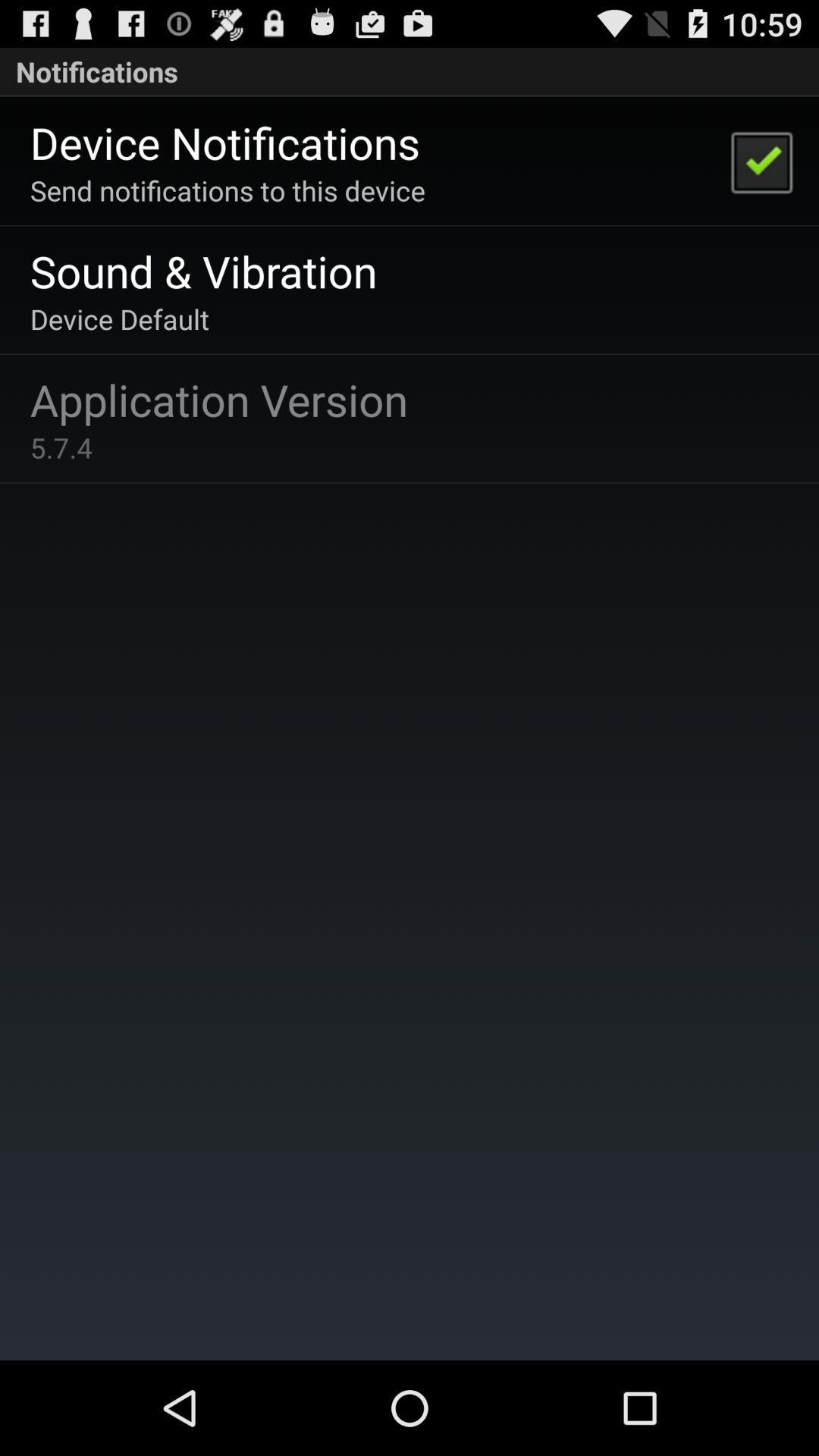  Describe the element at coordinates (761, 161) in the screenshot. I see `the item next to send notifications to app` at that location.